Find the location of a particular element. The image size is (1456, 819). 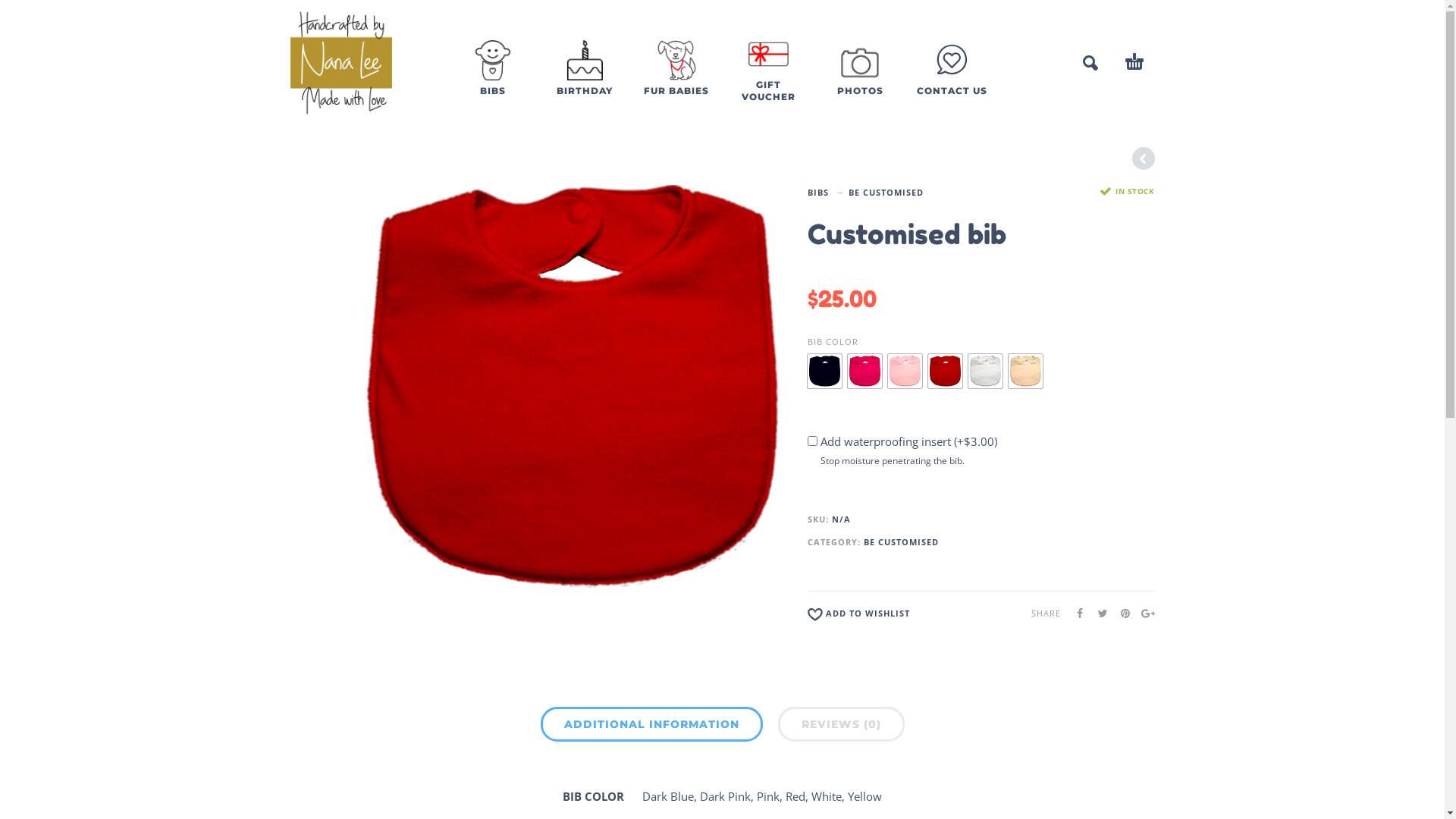

'Share on Facebook' is located at coordinates (1062, 612).